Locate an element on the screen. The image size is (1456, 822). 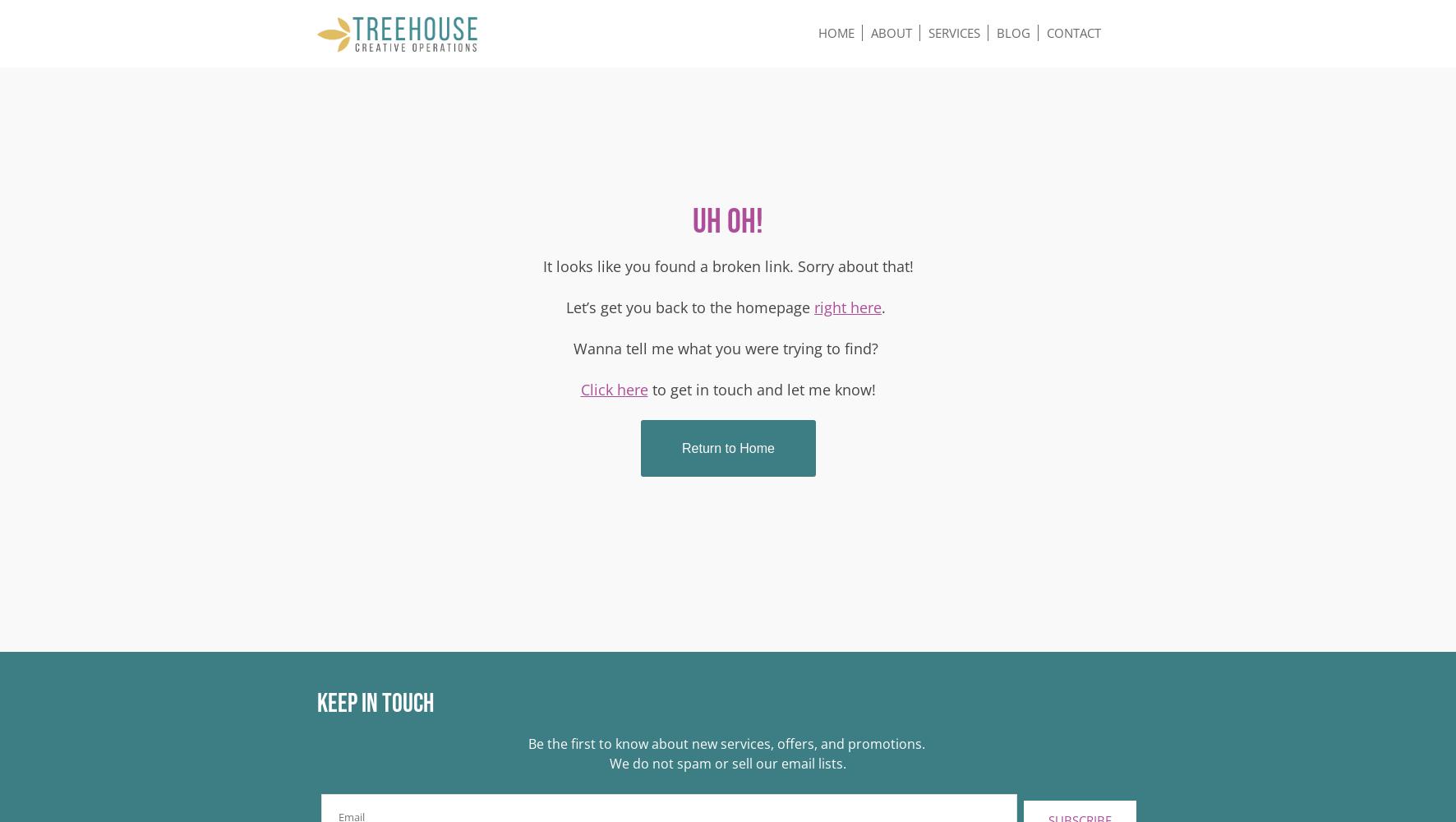
'Home' is located at coordinates (836, 33).